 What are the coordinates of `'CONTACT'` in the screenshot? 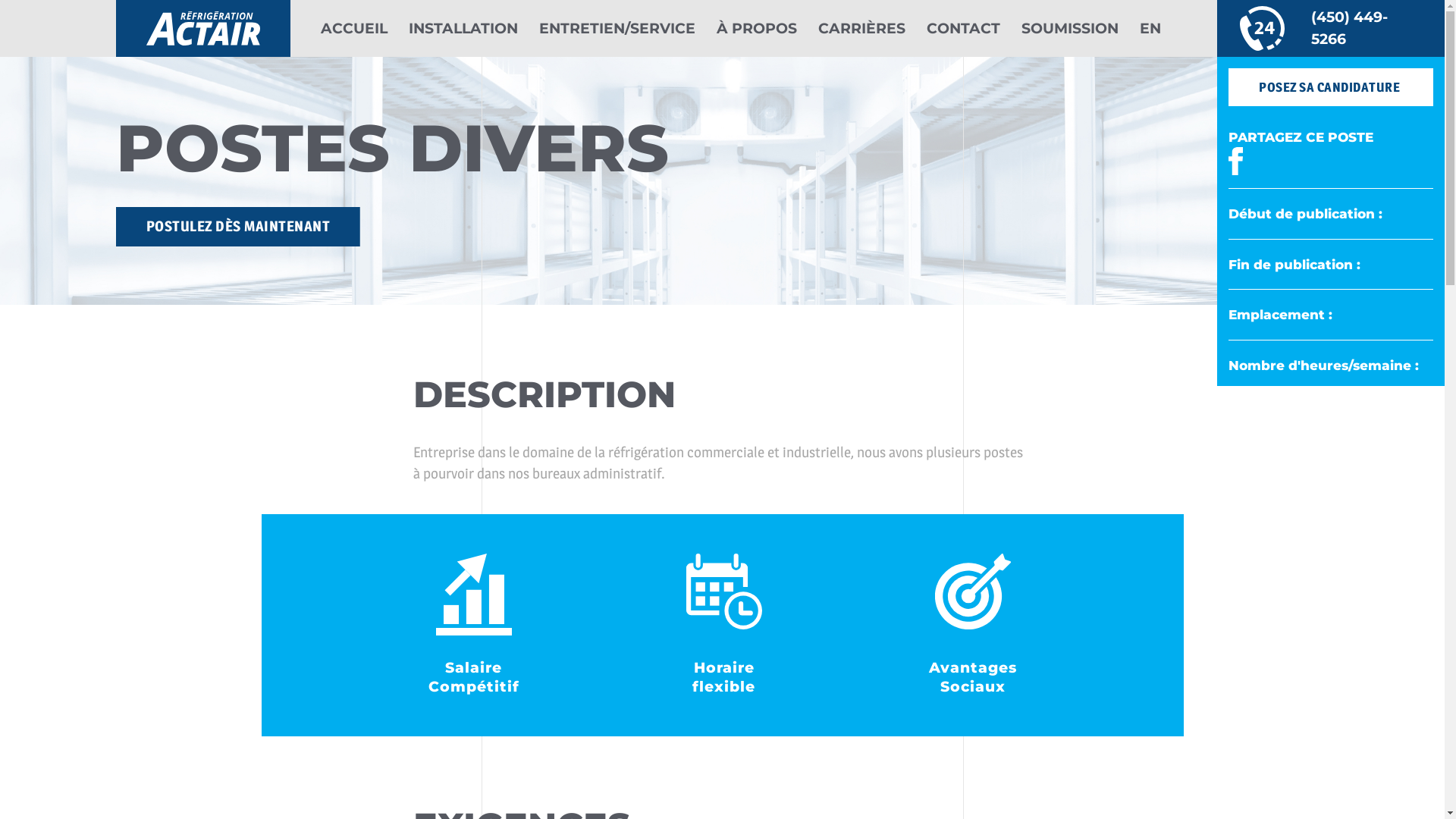 It's located at (962, 28).